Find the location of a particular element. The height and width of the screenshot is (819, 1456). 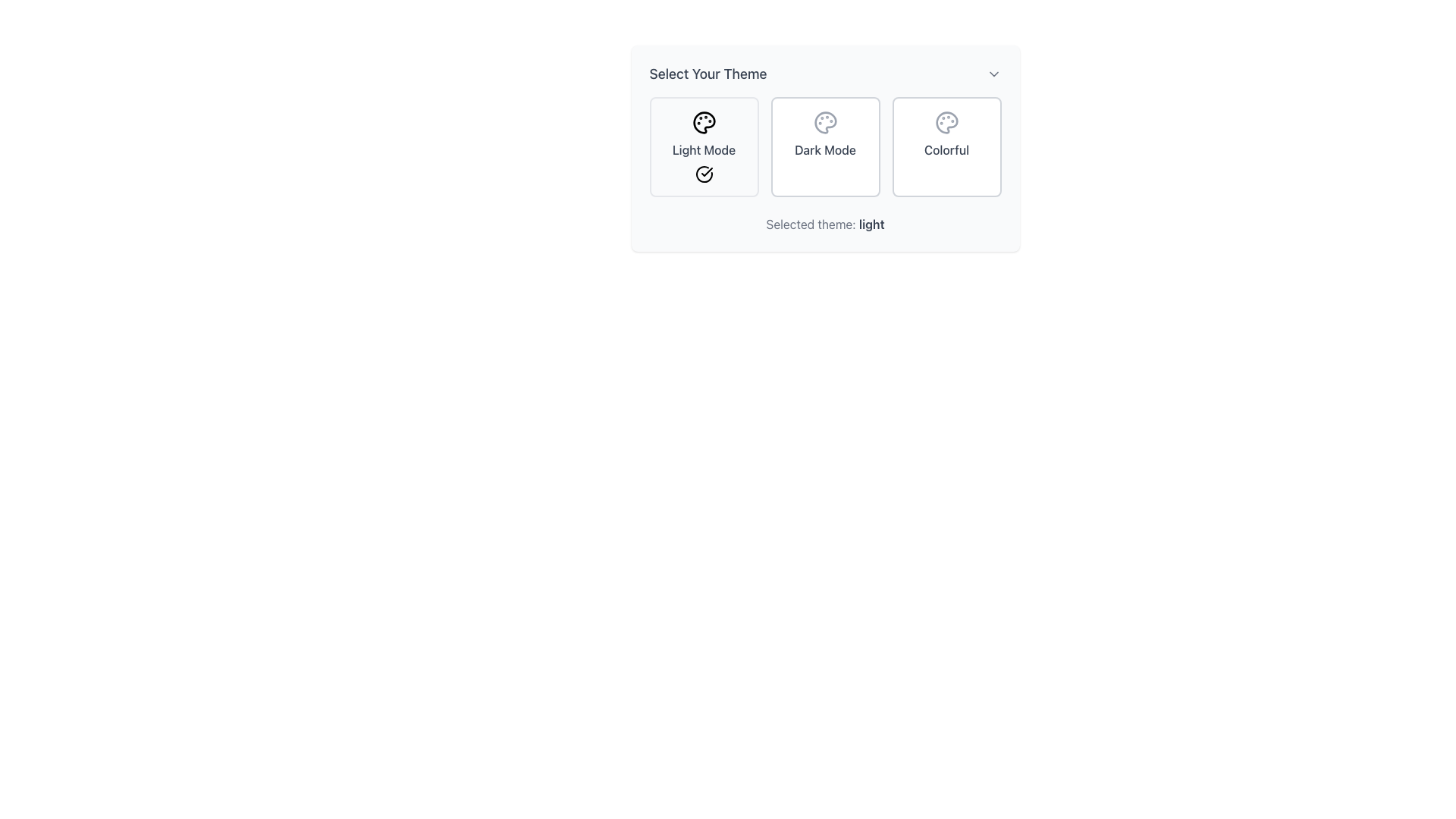

the Option card labeled 'Colorful', which features a palette icon and is the third card in the theme options layout is located at coordinates (946, 146).